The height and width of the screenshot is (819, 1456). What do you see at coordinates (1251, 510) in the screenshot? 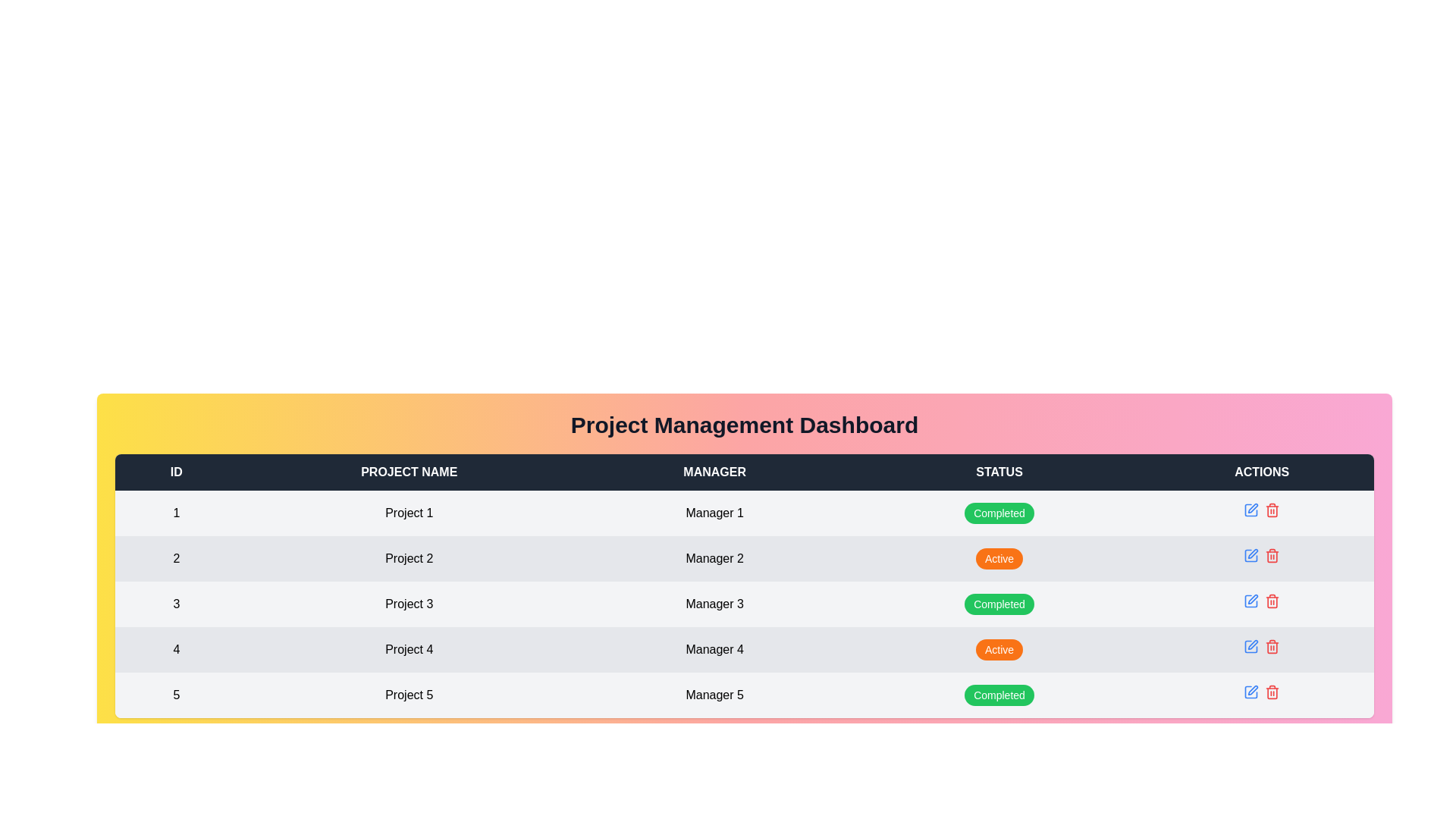
I see `the first Icon button in the Actions column of the table to change its color` at bounding box center [1251, 510].